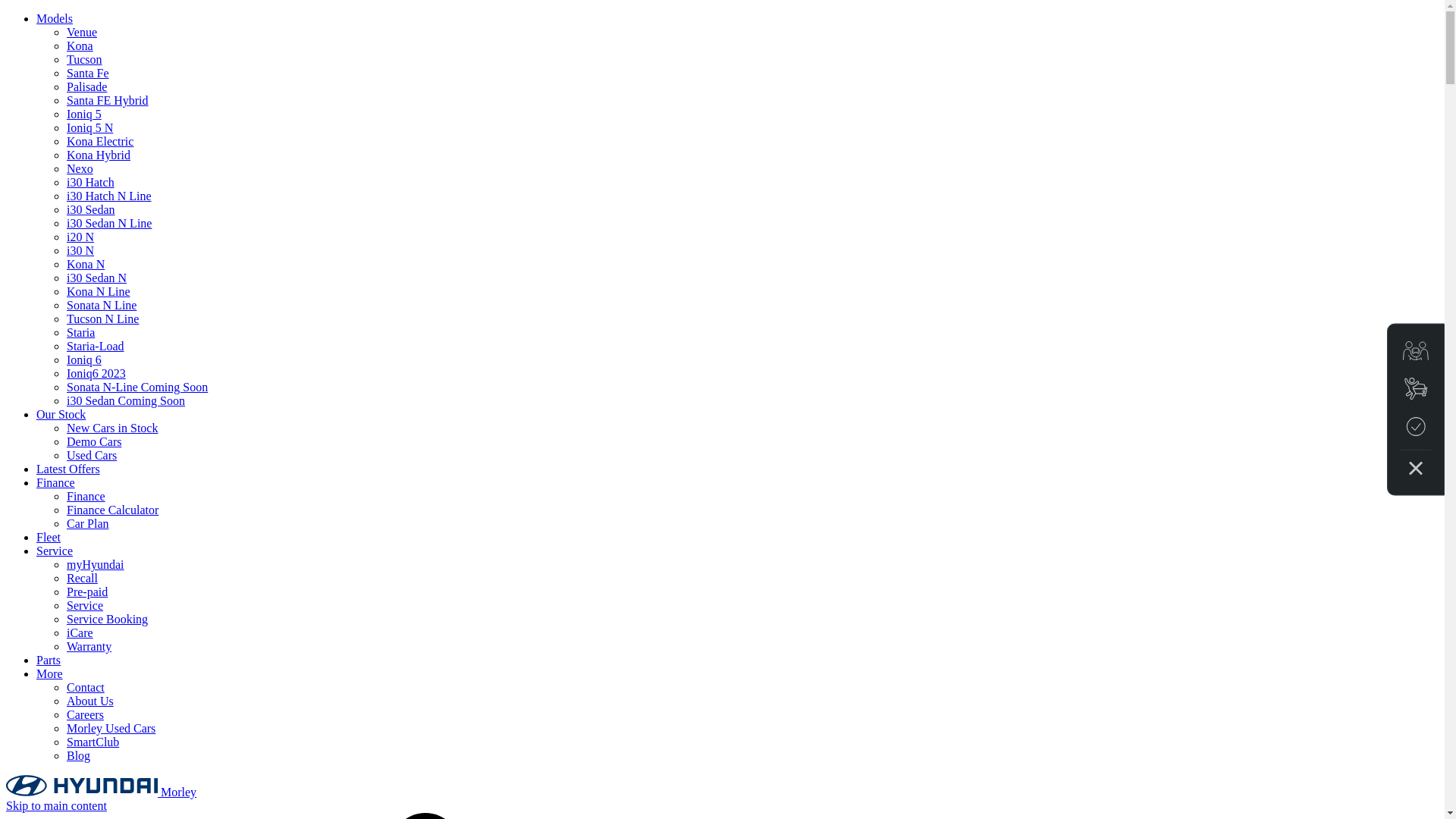  Describe the element at coordinates (86, 86) in the screenshot. I see `'Palisade'` at that location.